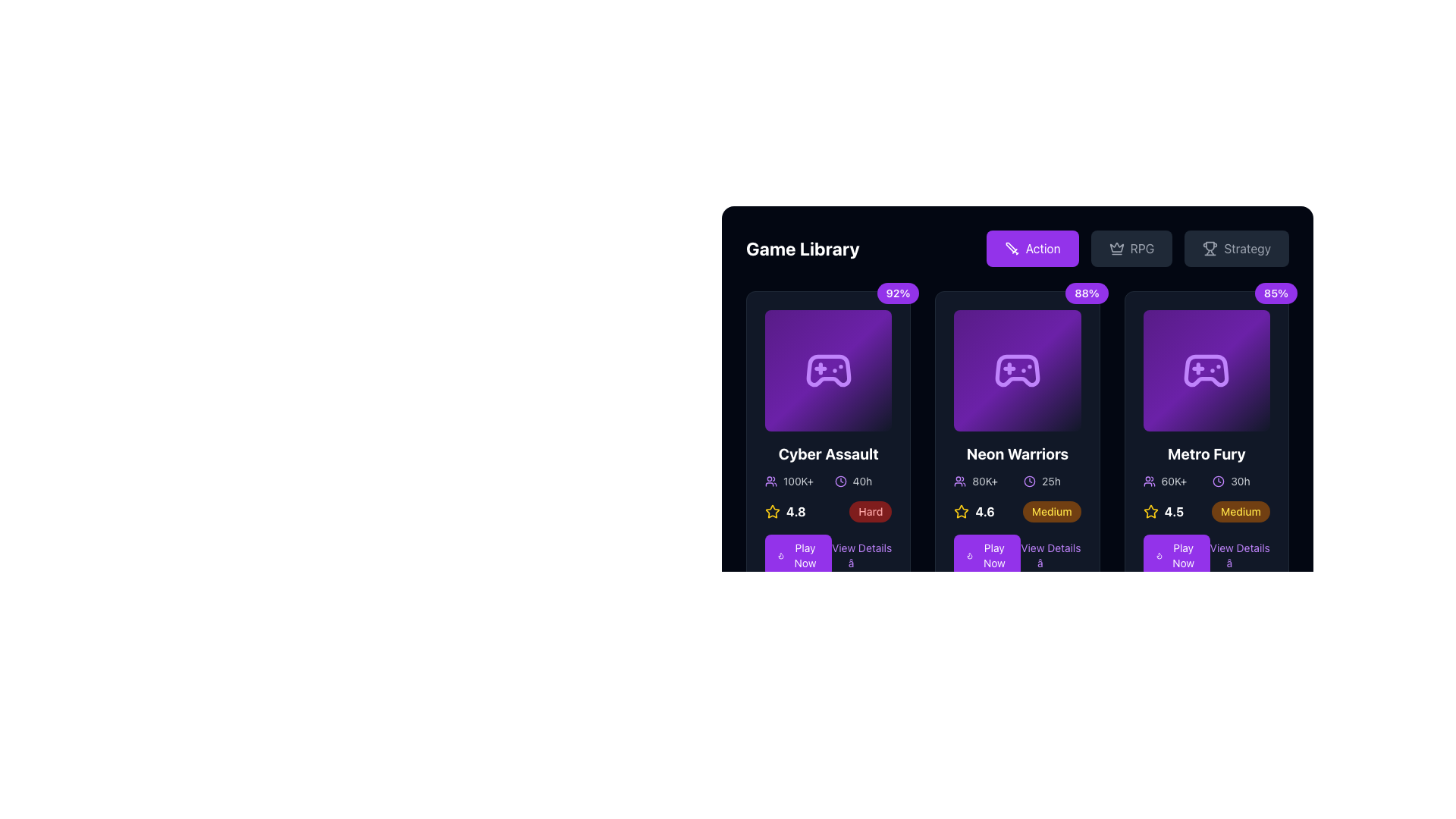 The image size is (1456, 819). What do you see at coordinates (1016, 371) in the screenshot?
I see `the interactive game tile with a gradient background and a gamepad icon at the center` at bounding box center [1016, 371].